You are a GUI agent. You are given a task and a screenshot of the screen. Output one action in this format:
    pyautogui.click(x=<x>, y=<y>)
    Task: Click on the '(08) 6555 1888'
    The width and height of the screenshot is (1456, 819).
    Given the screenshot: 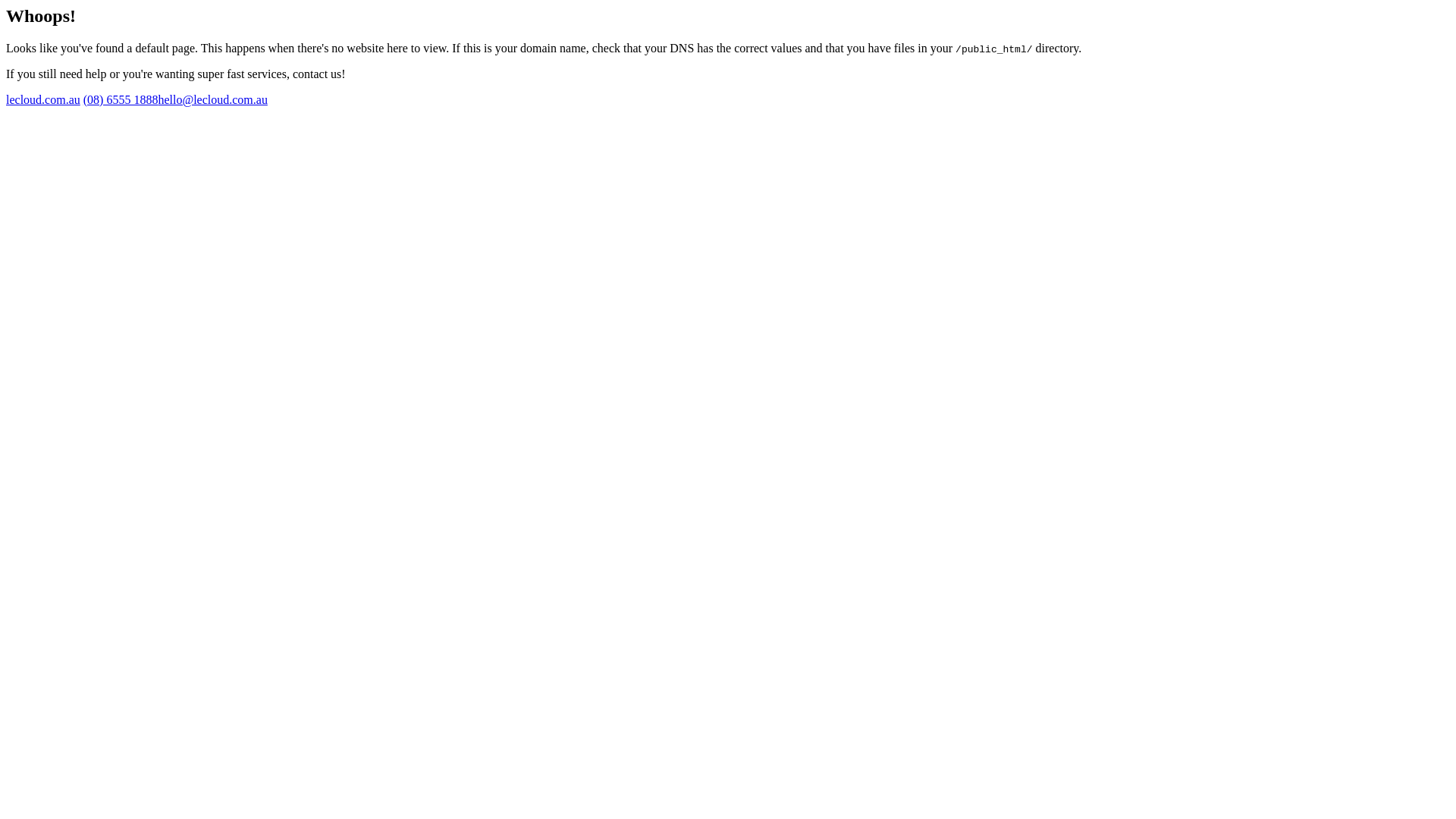 What is the action you would take?
    pyautogui.click(x=83, y=99)
    